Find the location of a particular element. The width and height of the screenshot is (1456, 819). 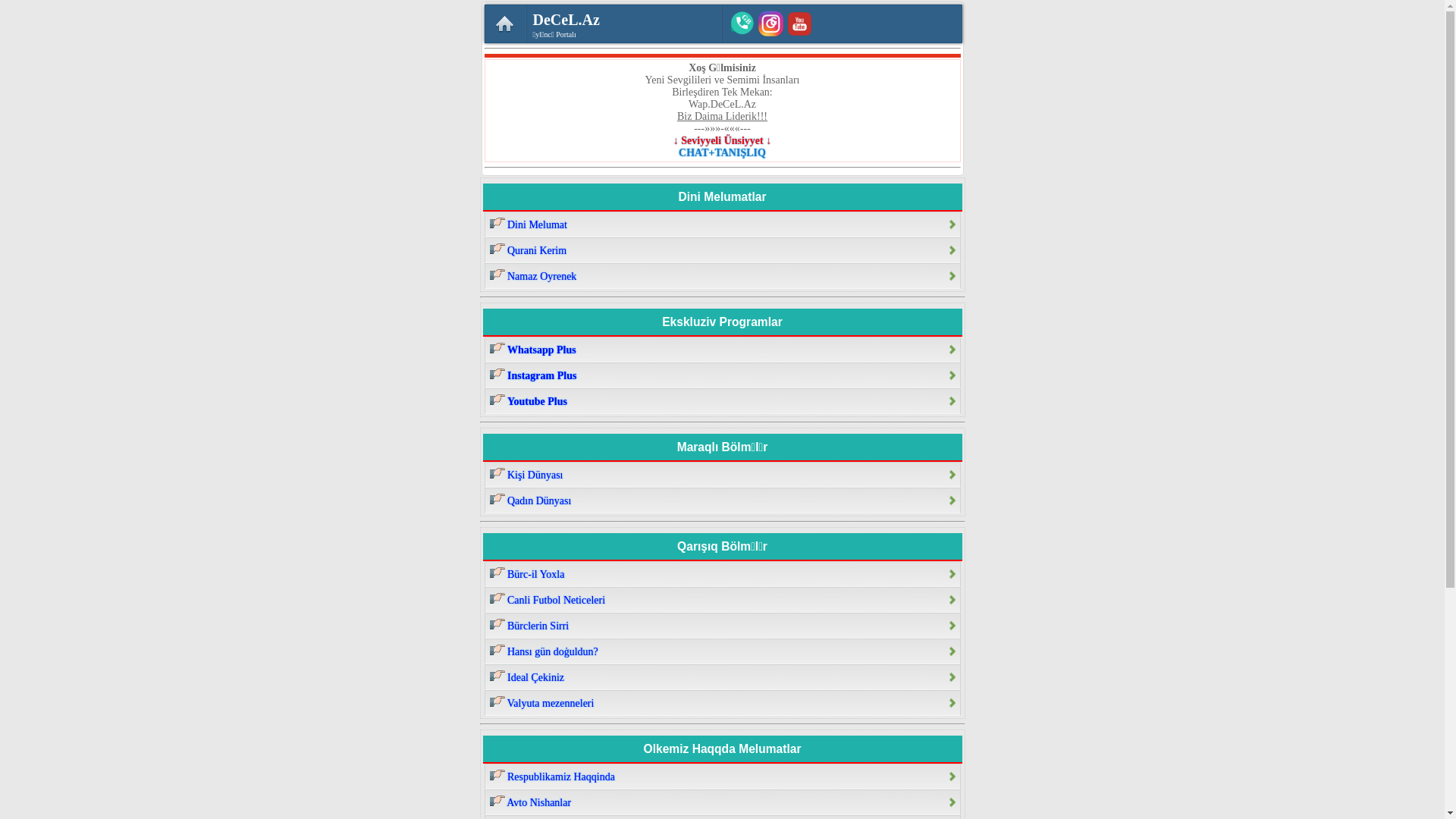

'Dini Melumat' is located at coordinates (483, 224).